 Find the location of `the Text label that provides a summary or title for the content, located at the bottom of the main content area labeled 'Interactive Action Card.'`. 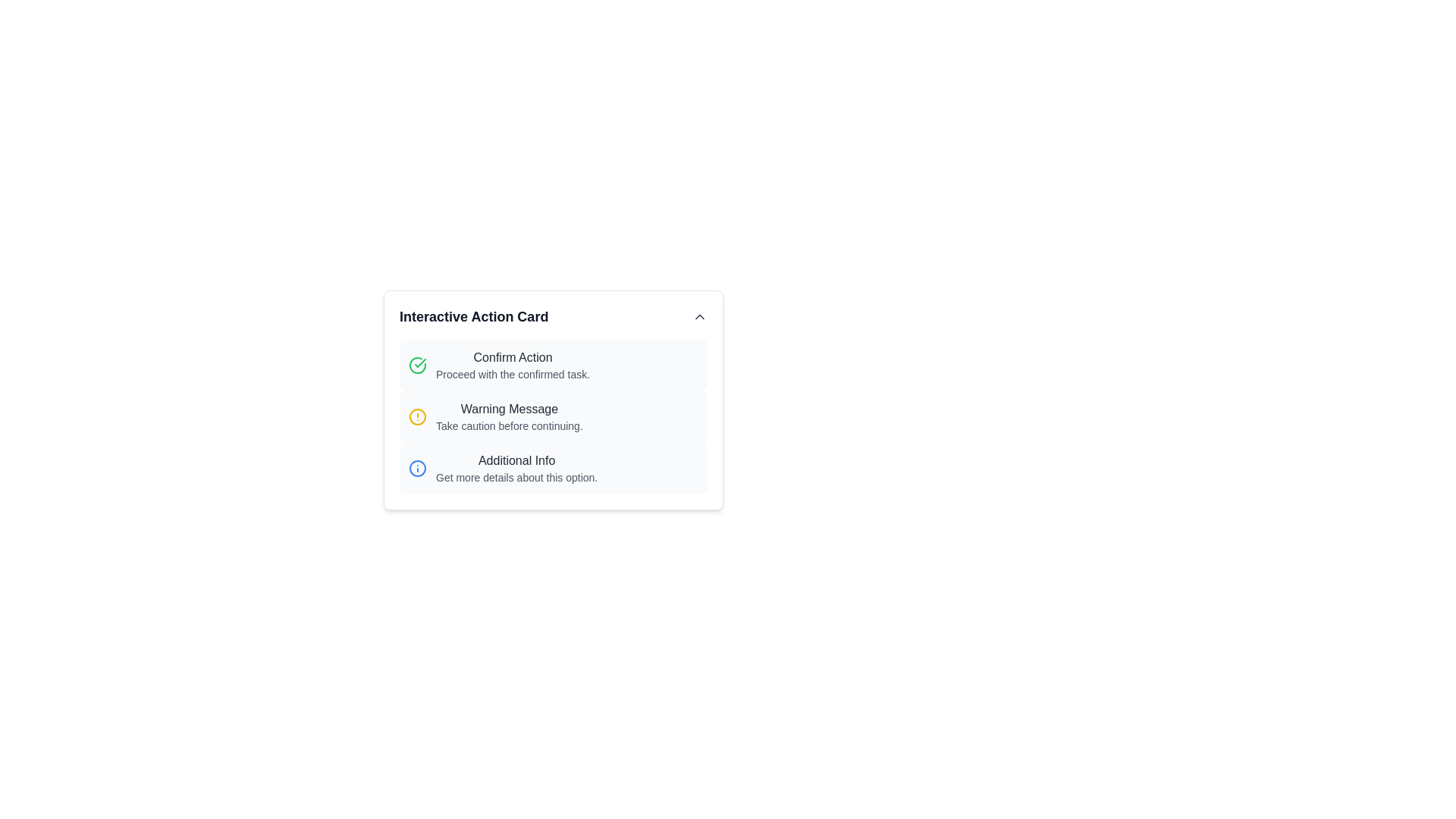

the Text label that provides a summary or title for the content, located at the bottom of the main content area labeled 'Interactive Action Card.' is located at coordinates (516, 460).